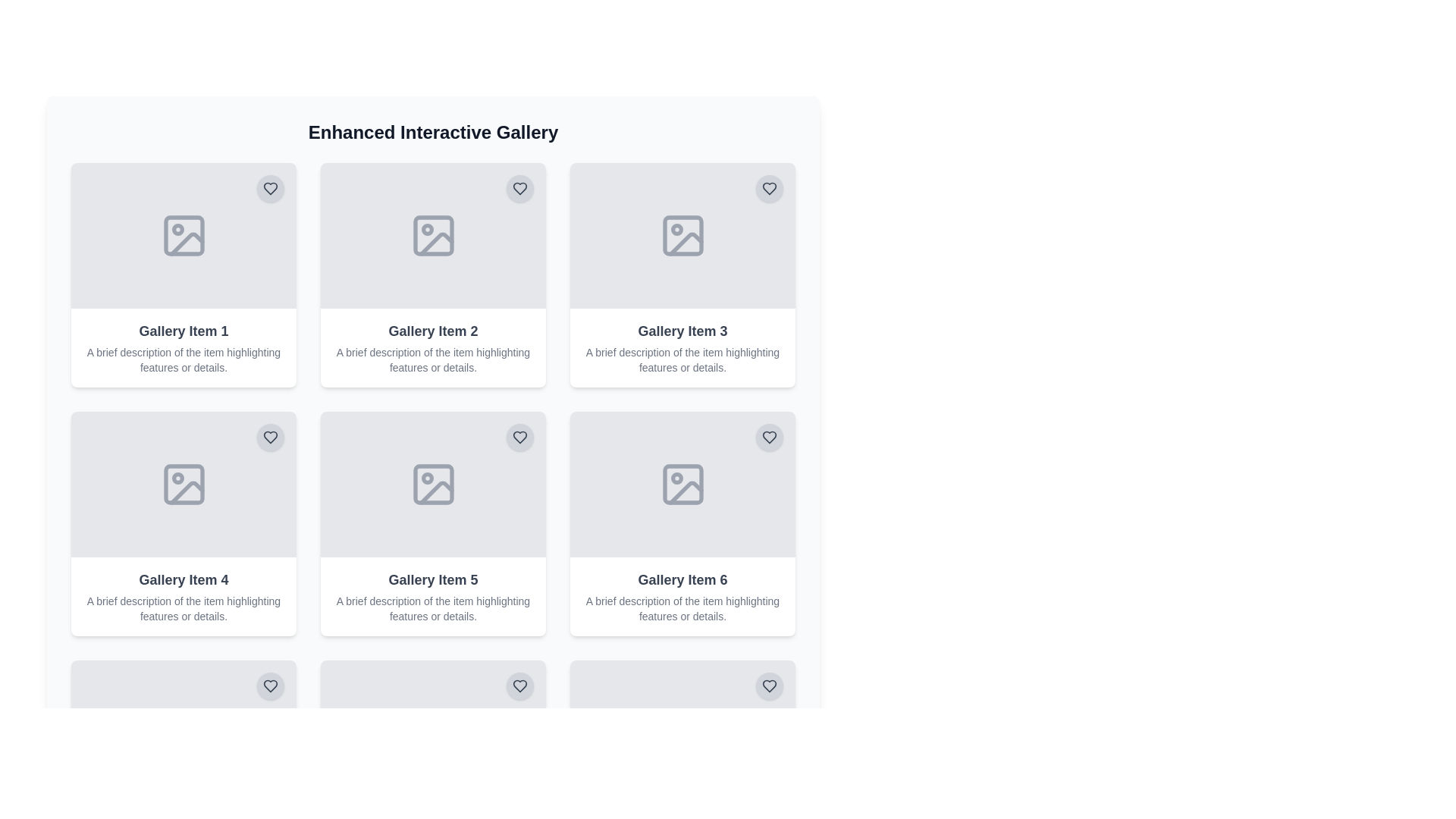  What do you see at coordinates (769, 188) in the screenshot?
I see `the favorite button located at the top-right corner of the card representing 'Gallery Item 3' to like or favorite the item` at bounding box center [769, 188].